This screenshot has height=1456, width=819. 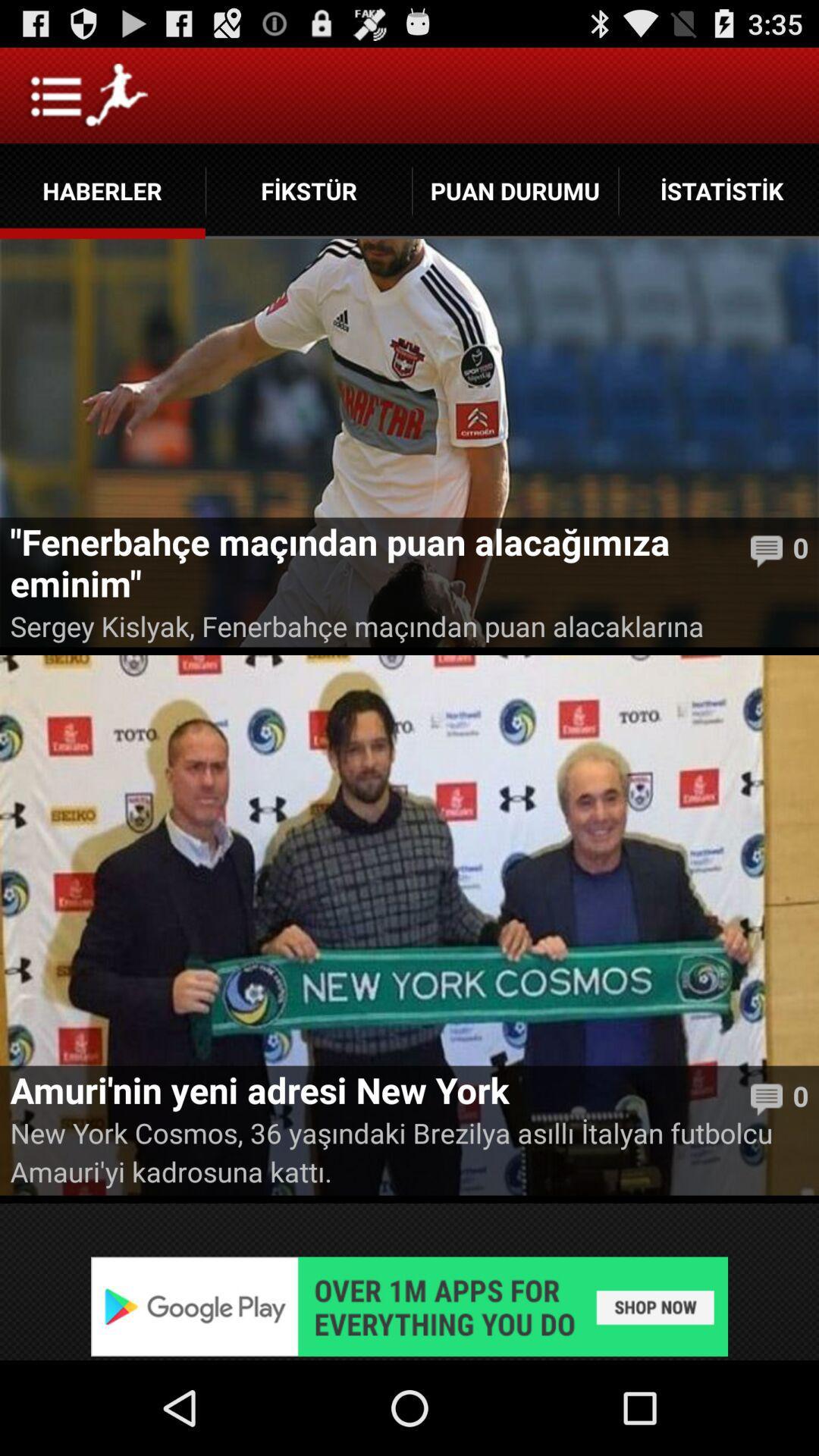 What do you see at coordinates (308, 190) in the screenshot?
I see `the app next to puan durumu item` at bounding box center [308, 190].